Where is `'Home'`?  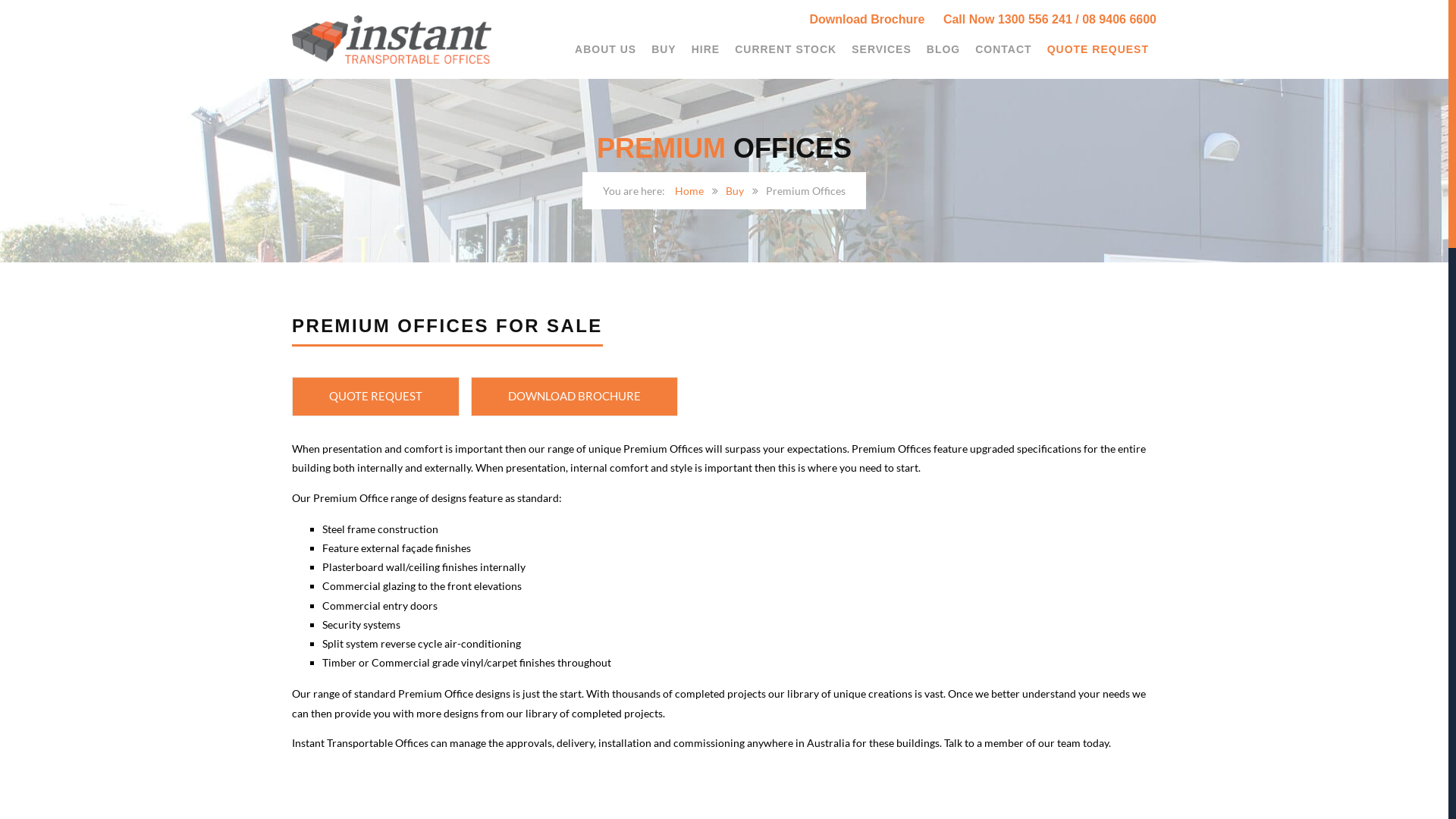 'Home' is located at coordinates (688, 190).